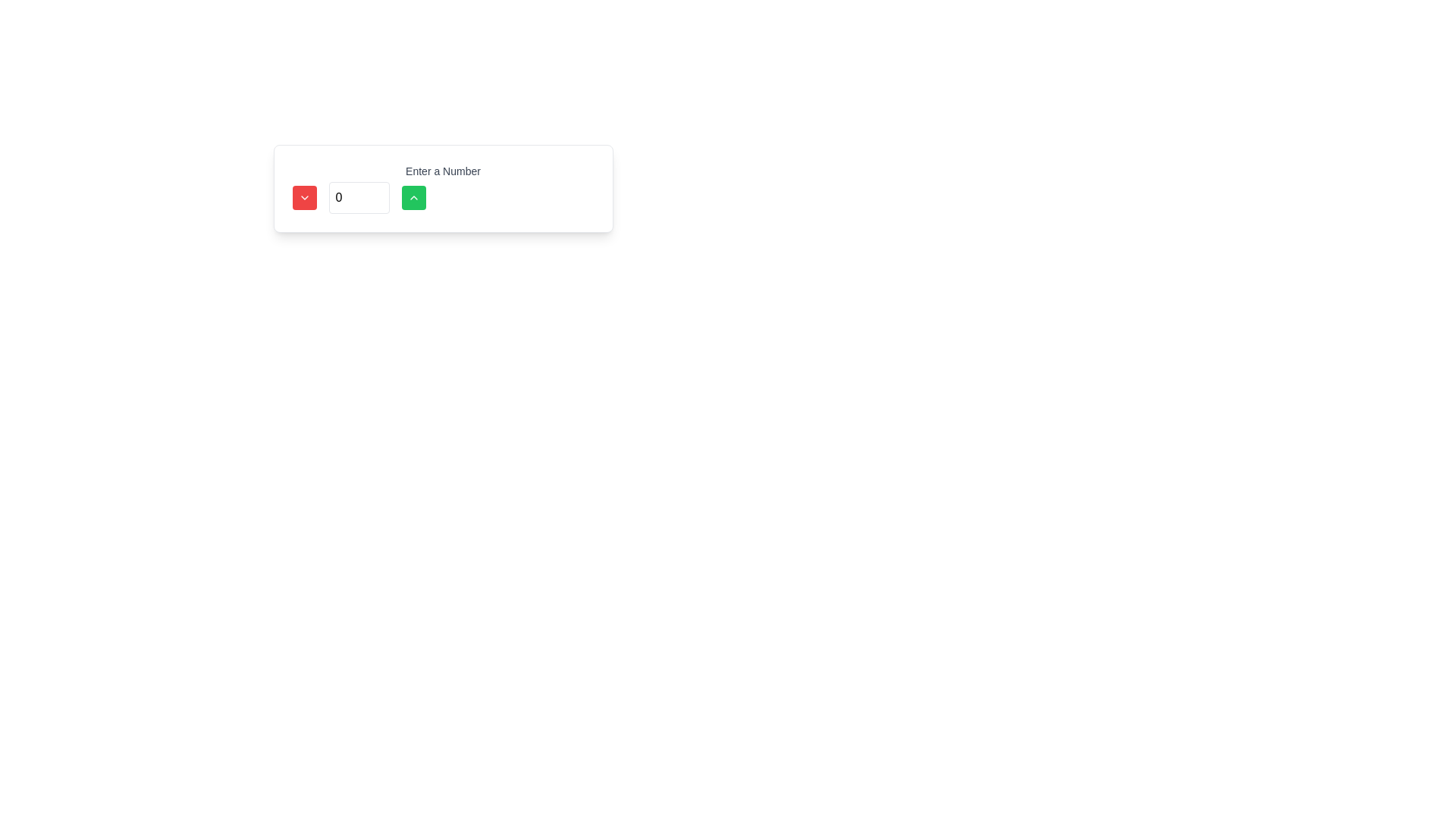 The height and width of the screenshot is (819, 1456). Describe the element at coordinates (442, 197) in the screenshot. I see `the green button on the right side of the numeric input field to increase the number` at that location.